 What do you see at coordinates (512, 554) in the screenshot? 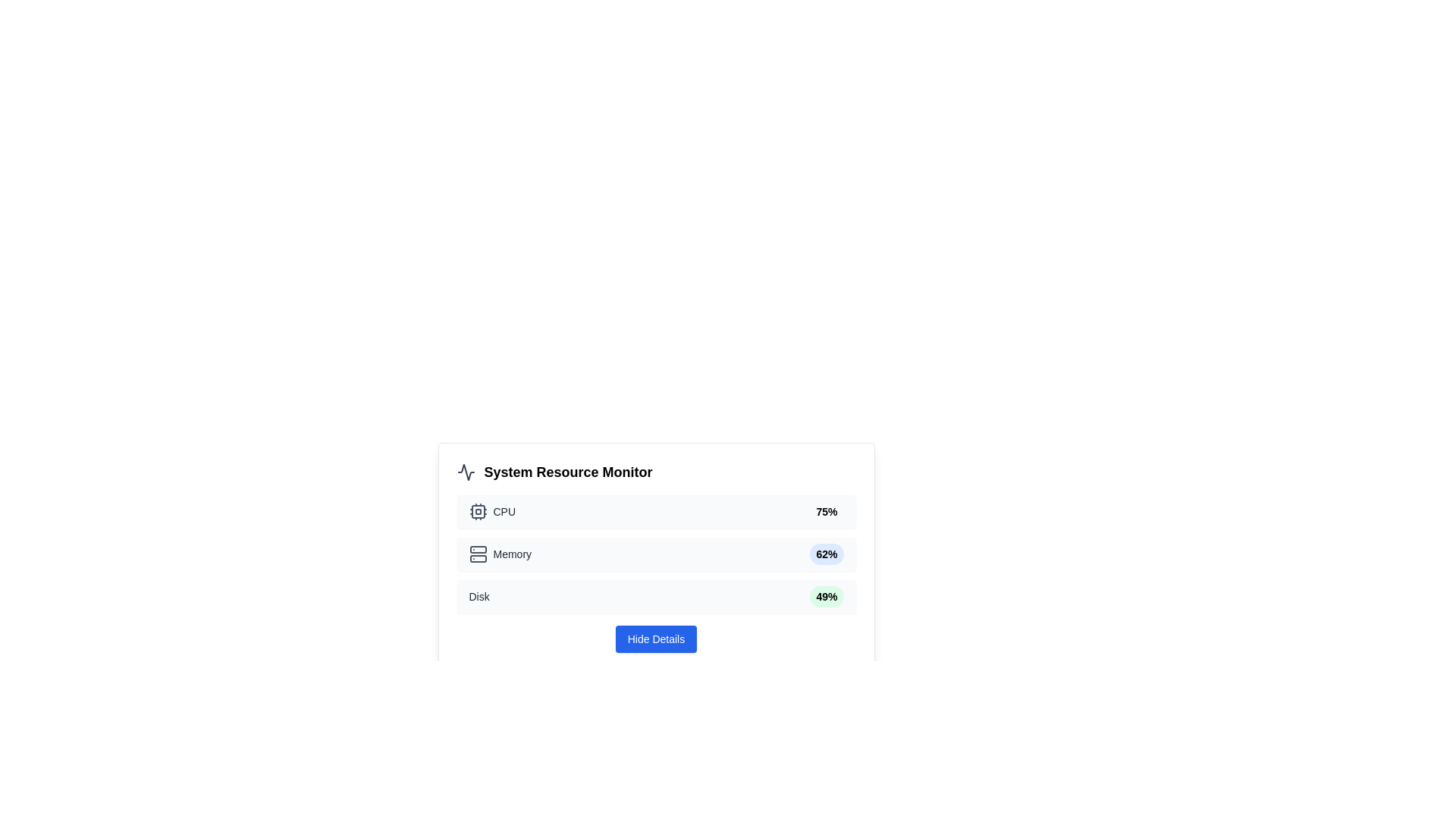
I see `text displayed on the 'Memory' label, which is a medium-sized grayish-black text located in the second row under the 'System Resource Monitor' section` at bounding box center [512, 554].